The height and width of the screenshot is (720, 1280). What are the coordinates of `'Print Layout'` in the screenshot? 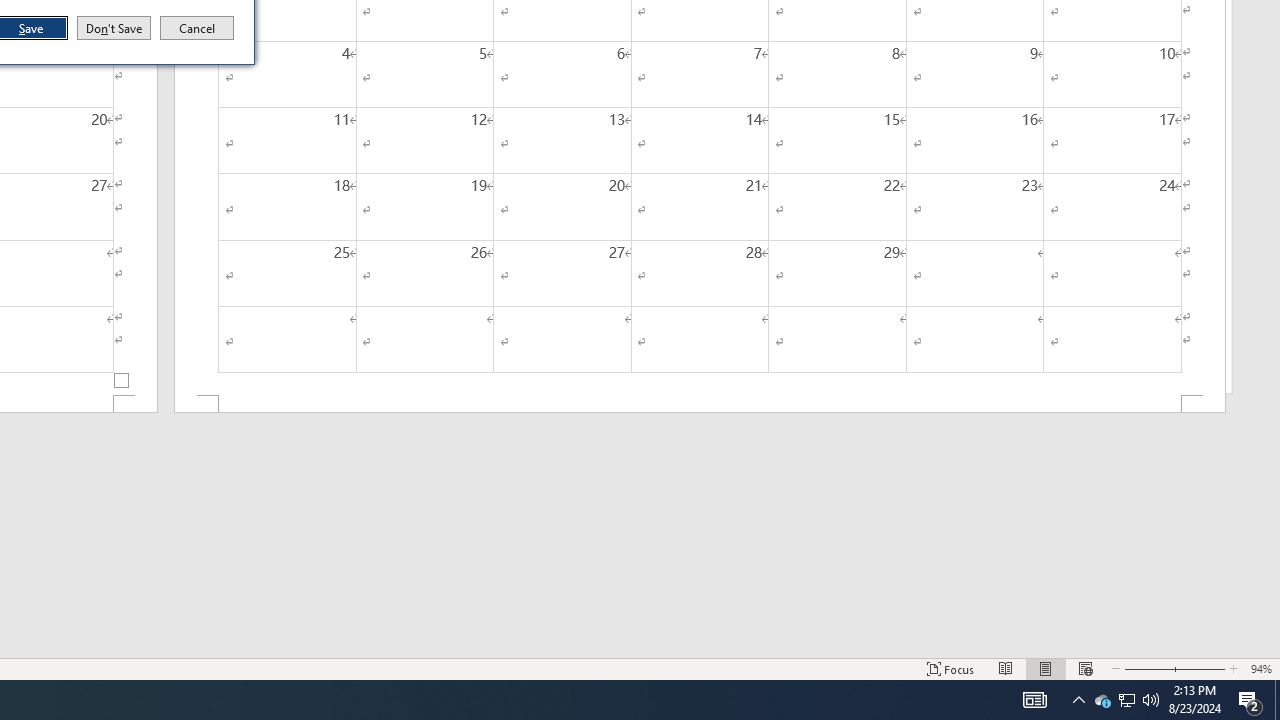 It's located at (1045, 669).